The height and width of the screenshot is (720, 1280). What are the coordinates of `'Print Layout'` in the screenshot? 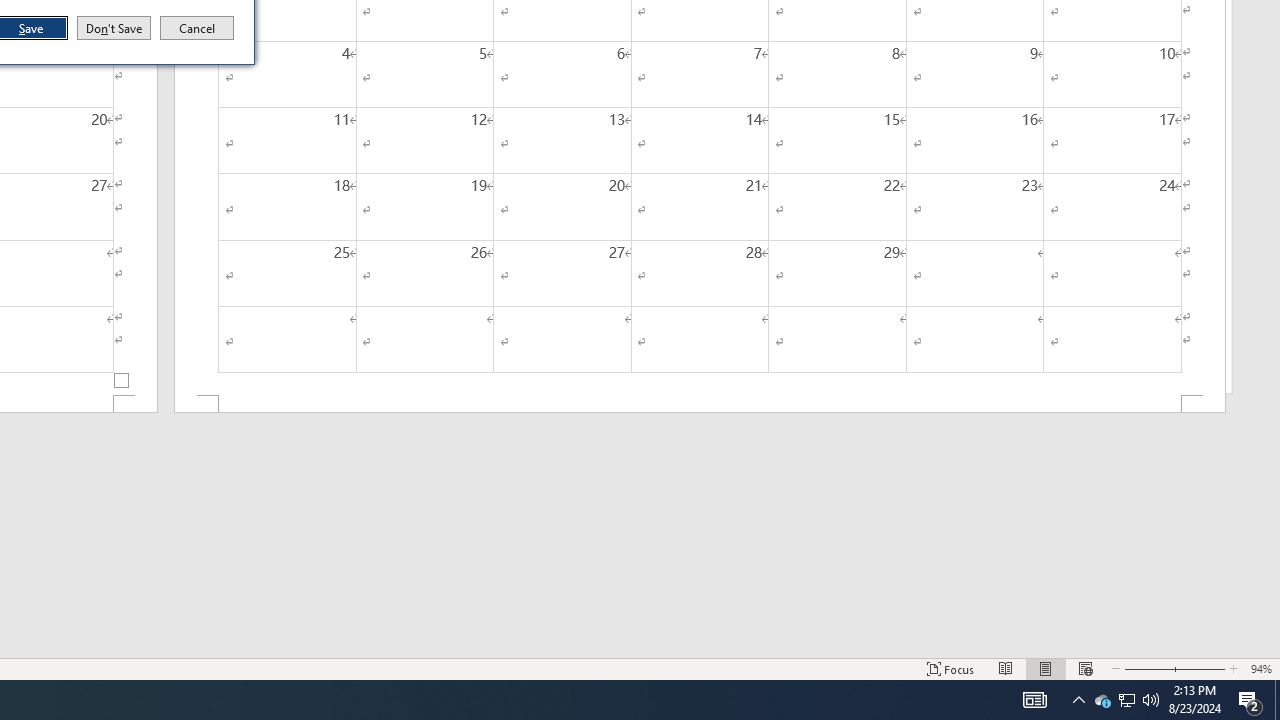 It's located at (1045, 669).